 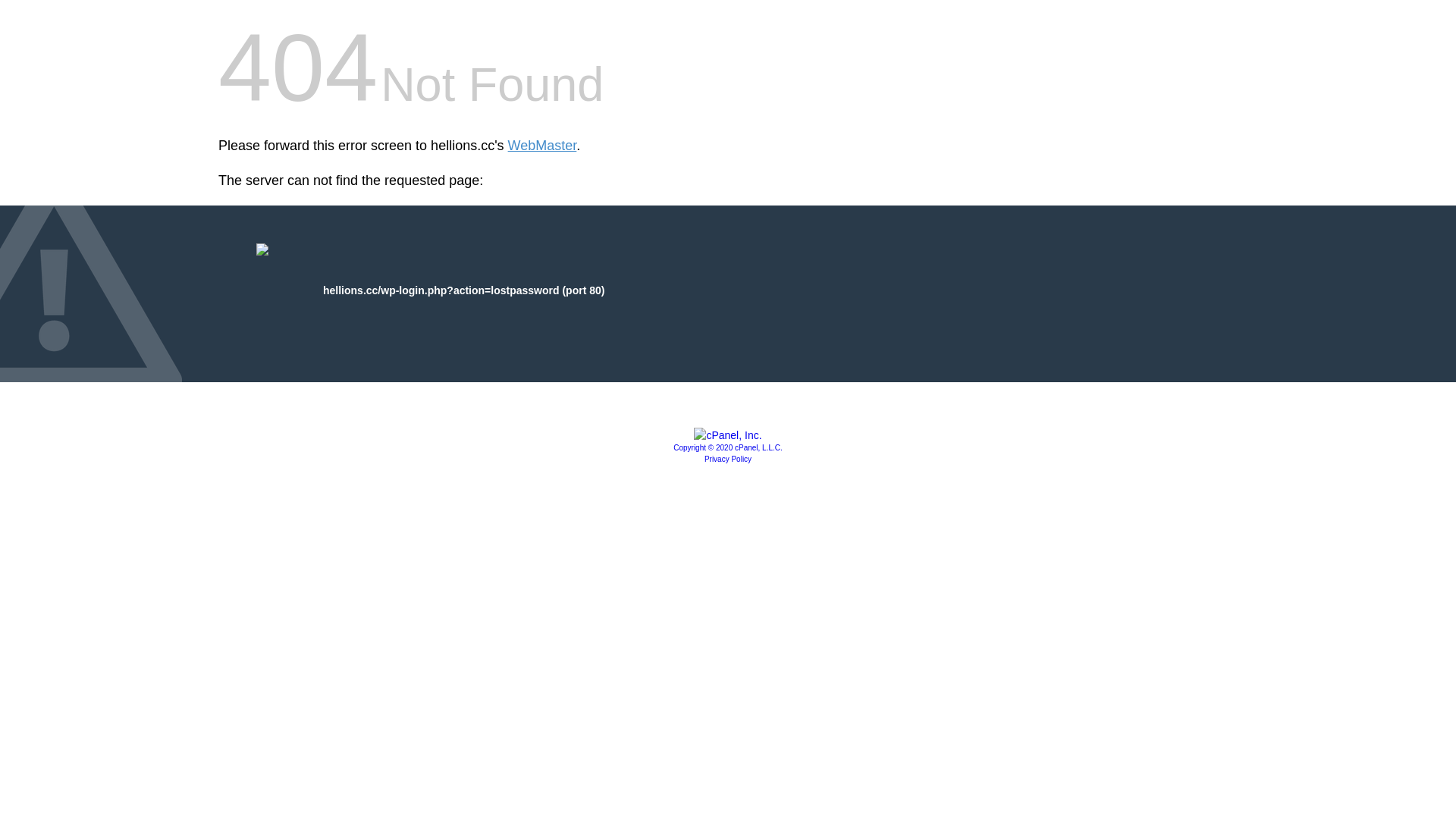 I want to click on 'Privacy Policy', so click(x=728, y=458).